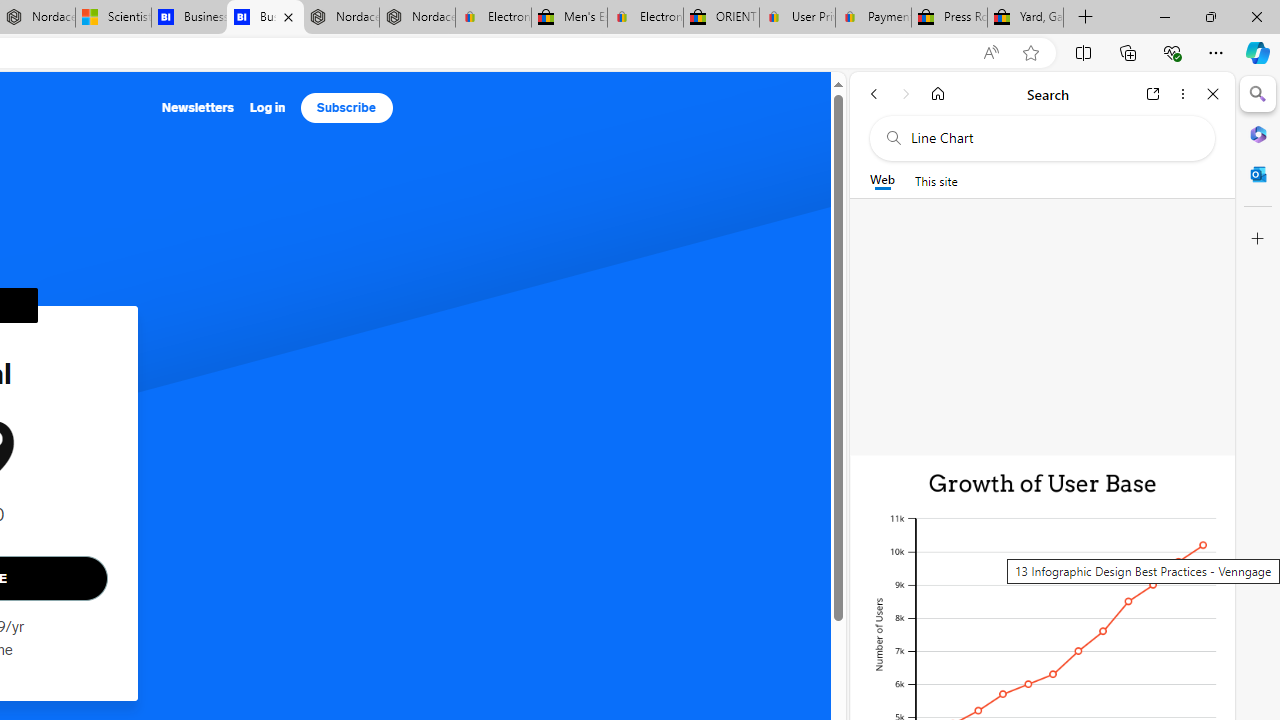  Describe the element at coordinates (266, 108) in the screenshot. I see `'Log in'` at that location.